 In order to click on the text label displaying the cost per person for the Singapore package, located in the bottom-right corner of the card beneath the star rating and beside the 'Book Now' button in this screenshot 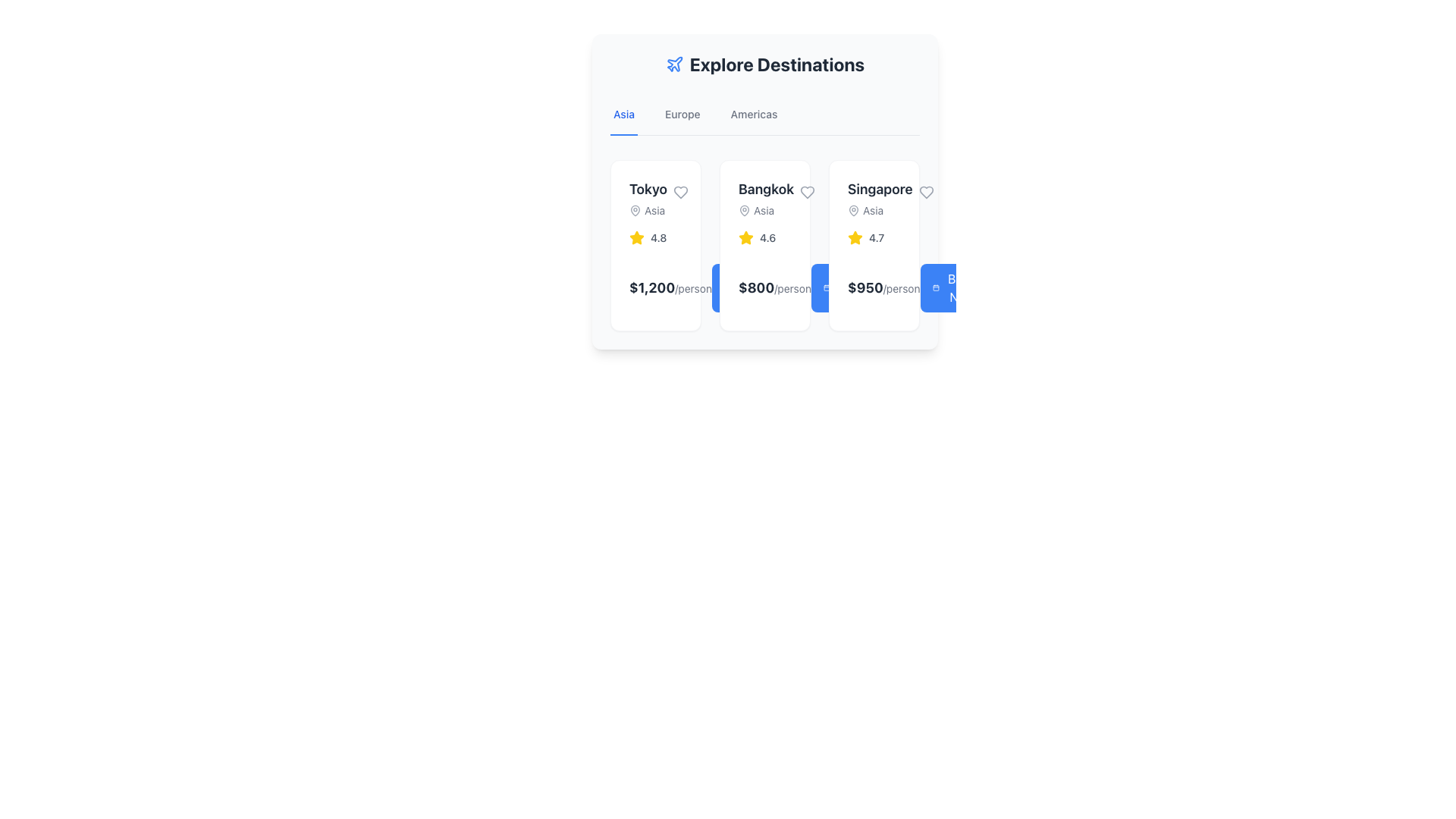, I will do `click(883, 288)`.